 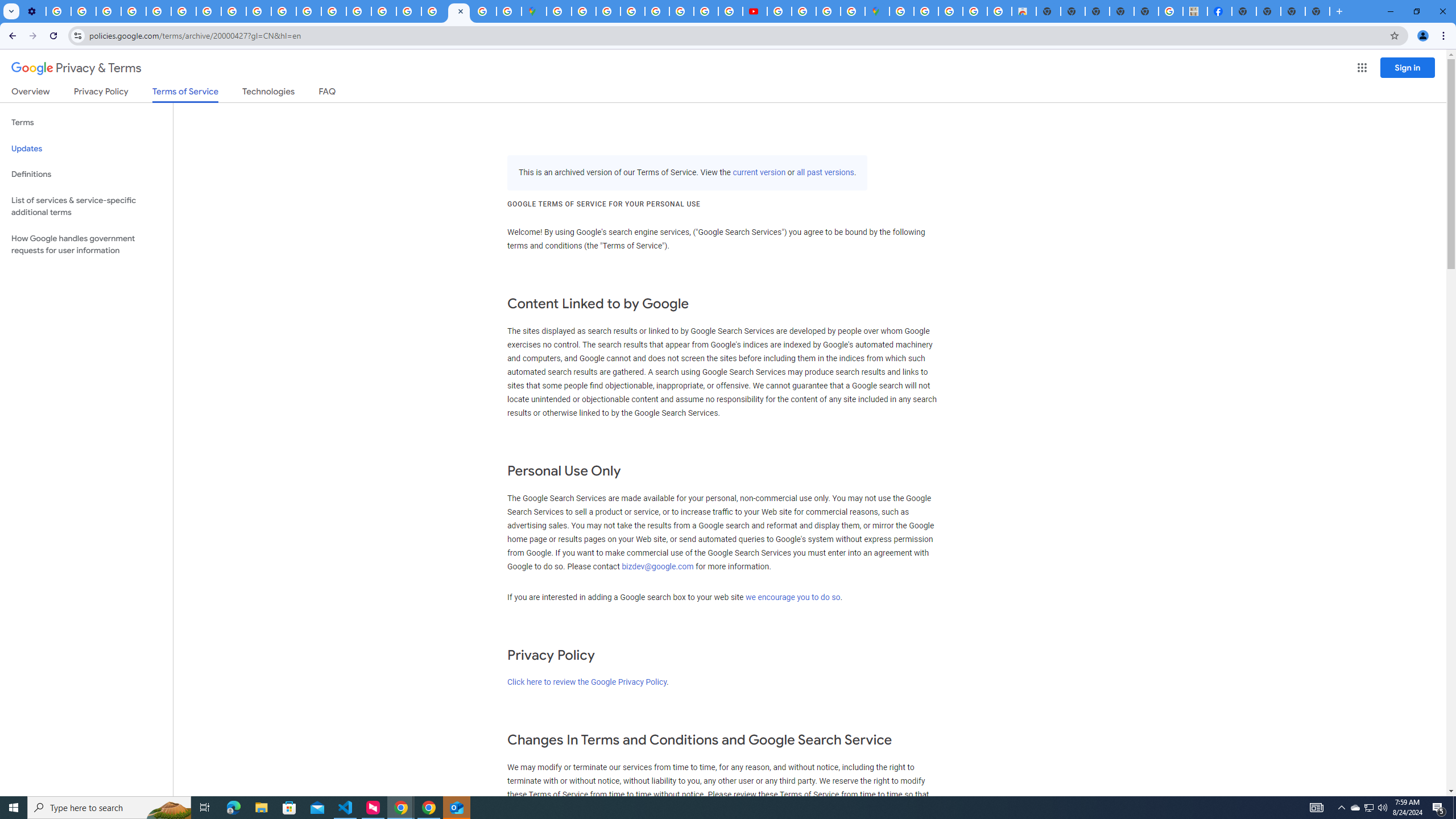 I want to click on 'current version', so click(x=759, y=172).